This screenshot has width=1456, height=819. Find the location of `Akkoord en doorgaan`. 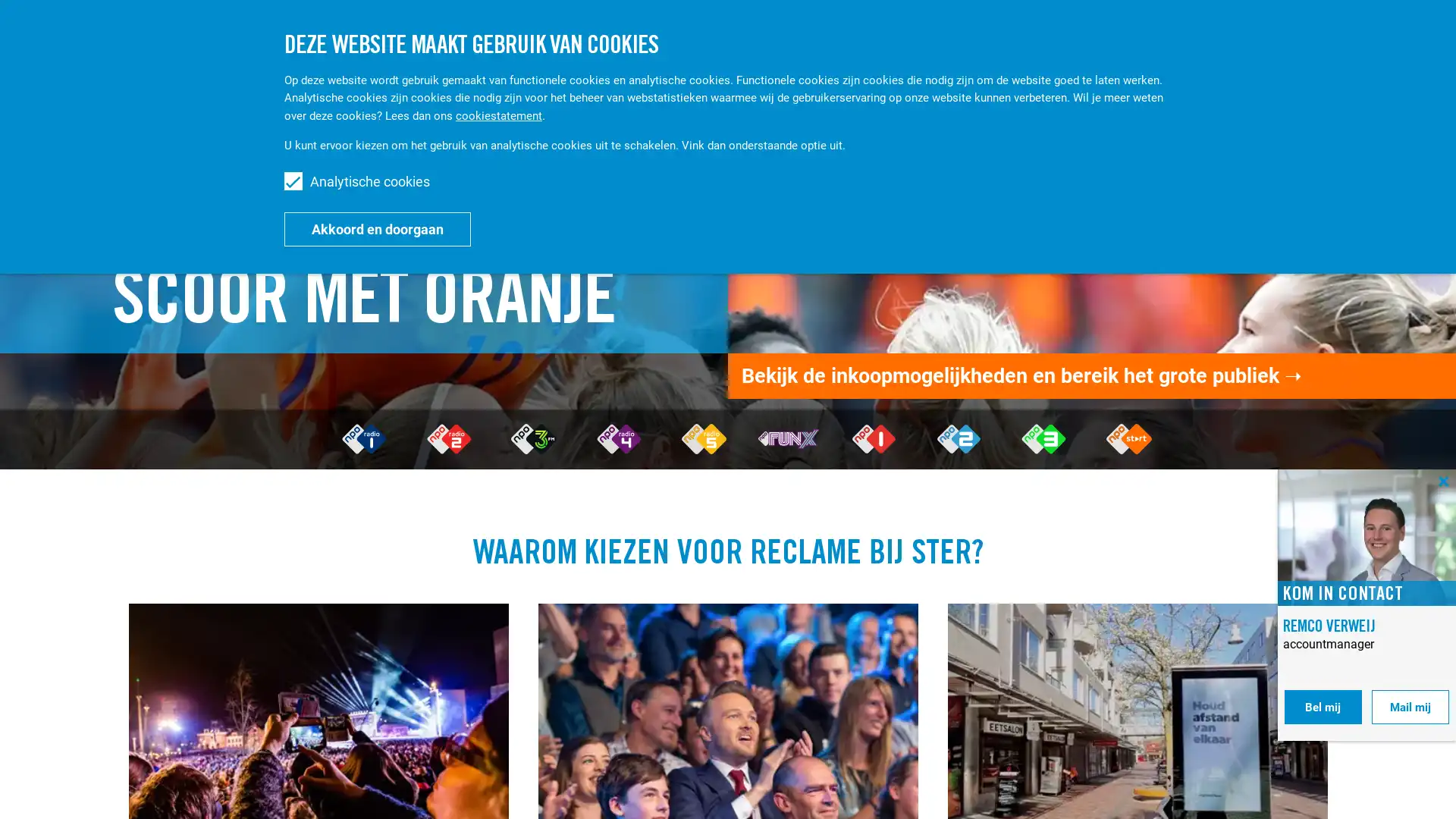

Akkoord en doorgaan is located at coordinates (378, 228).